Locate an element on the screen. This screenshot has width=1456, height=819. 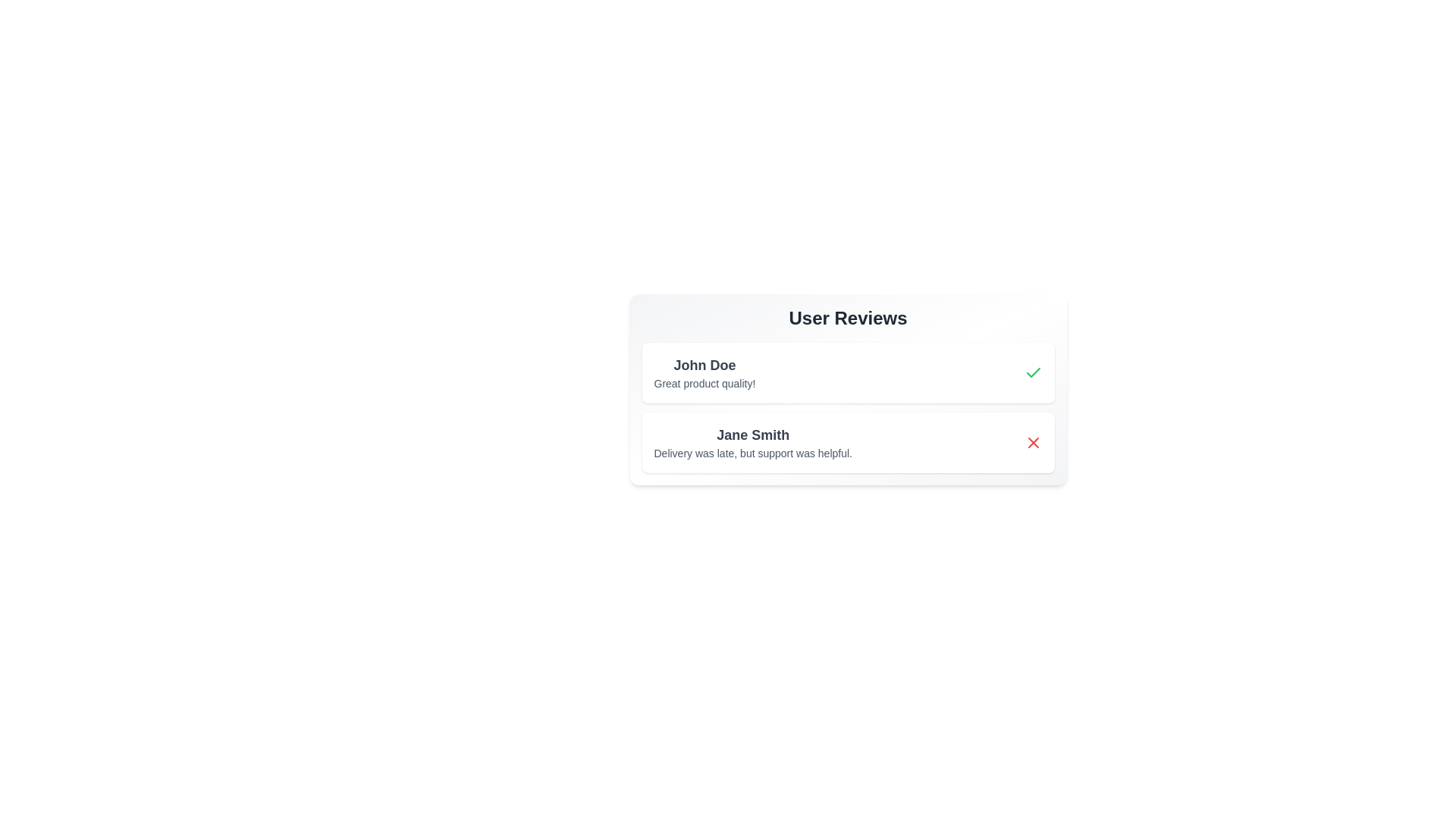
the approval icon located within the first user review card, positioned to the right of the text 'Great product quality!' and aligned with the user's name 'John Doe', to acknowledge or interact with it is located at coordinates (1032, 373).